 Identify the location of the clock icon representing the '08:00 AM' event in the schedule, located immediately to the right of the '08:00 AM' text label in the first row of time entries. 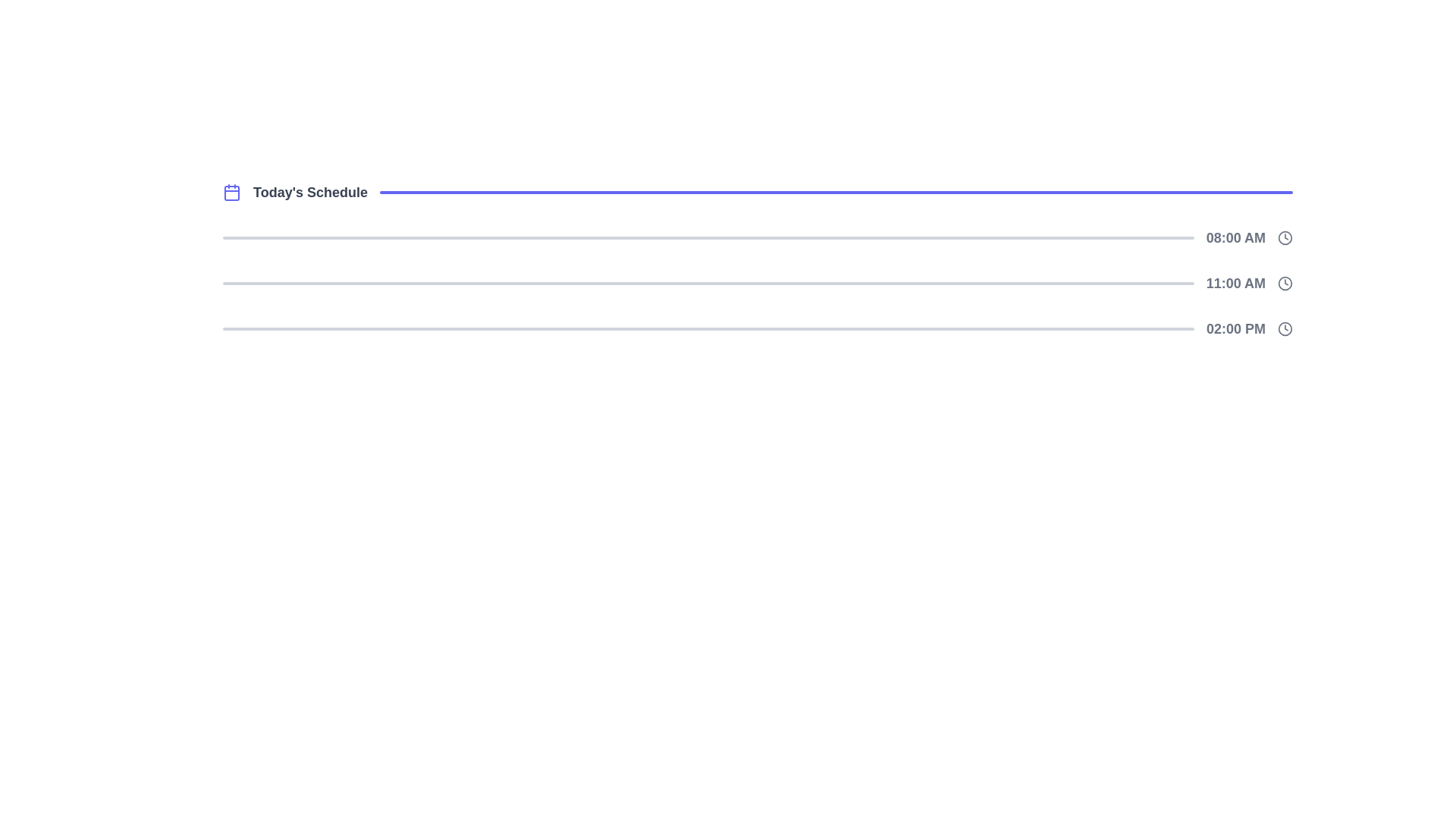
(1284, 237).